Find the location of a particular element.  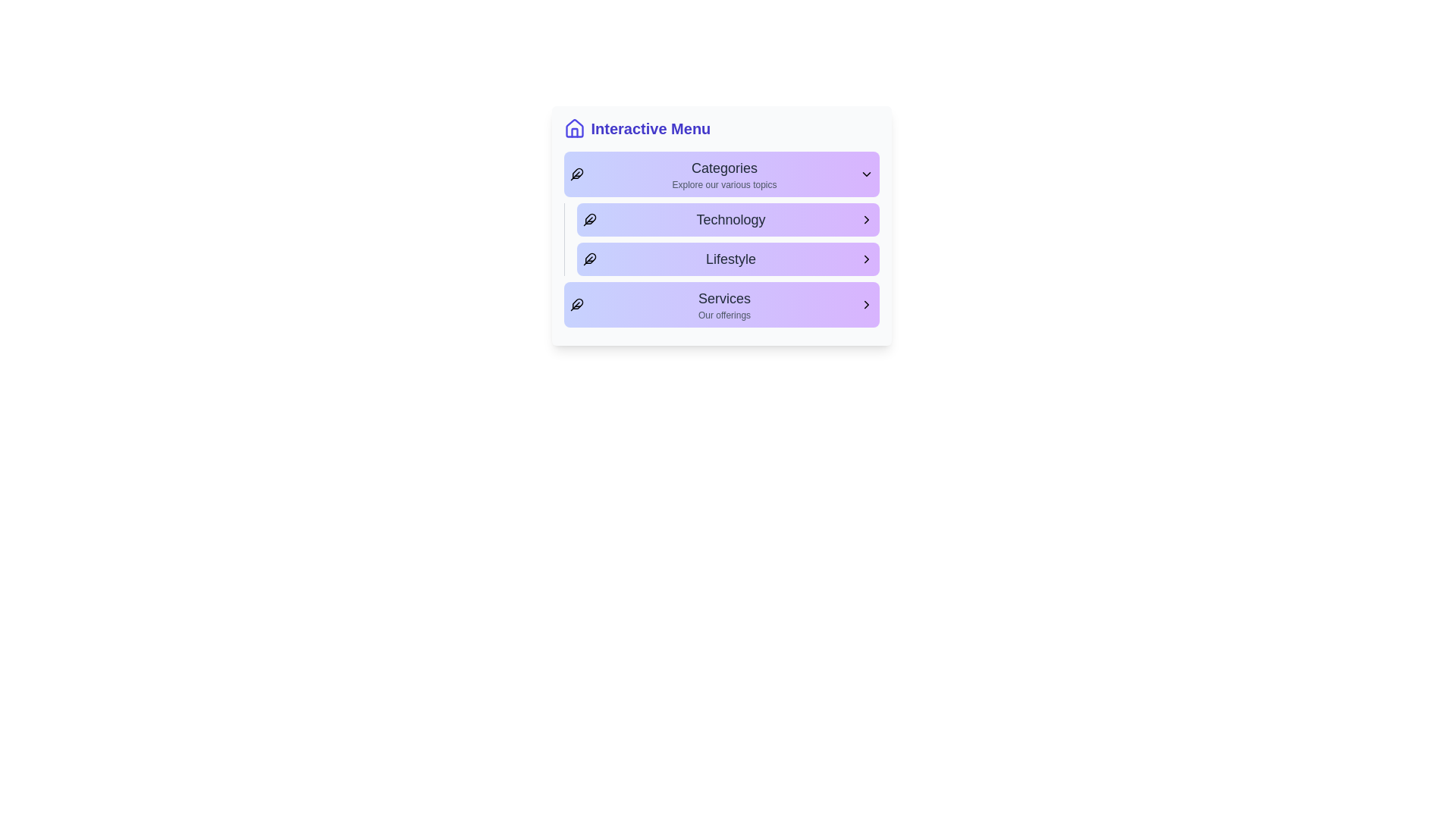

the home icon located in the upper-left corner of the interactive menu's header to highlight the menu is located at coordinates (573, 127).